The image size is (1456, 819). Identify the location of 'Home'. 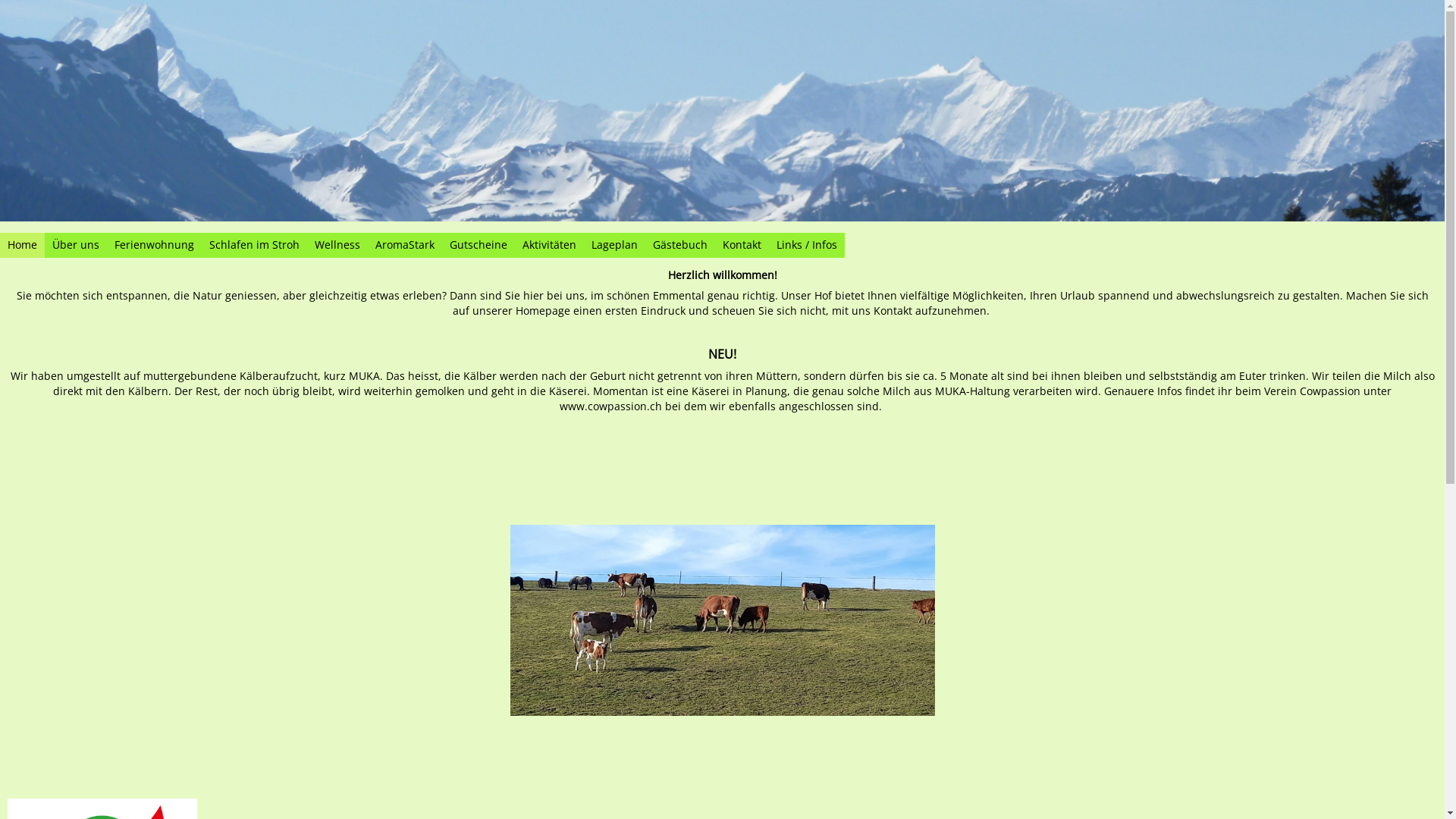
(22, 244).